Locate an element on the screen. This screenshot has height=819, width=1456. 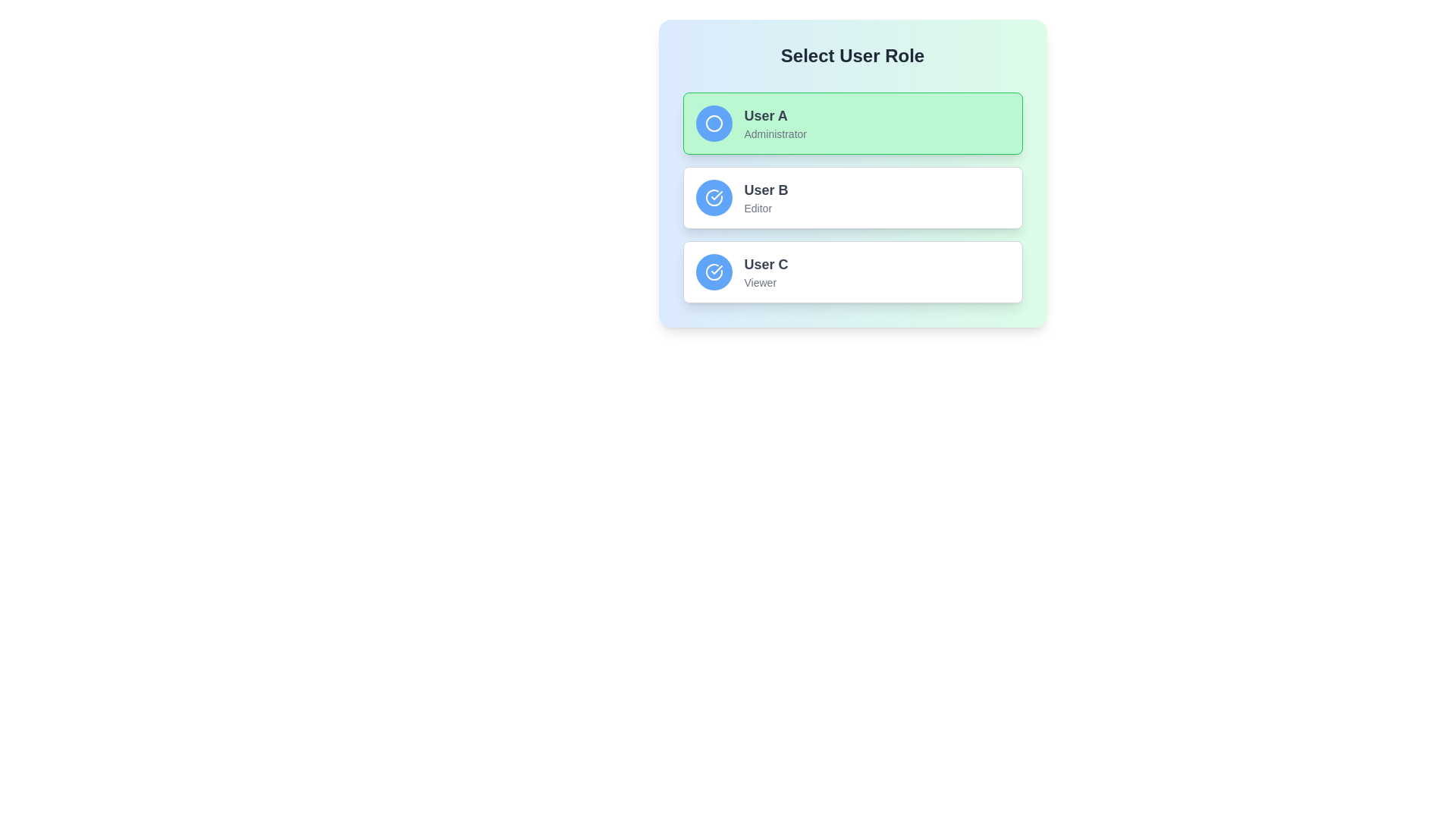
the text label indicating the role associated with 'User B', which is located directly below the text 'User B' in the options list under the 'Select User Role' heading is located at coordinates (766, 208).